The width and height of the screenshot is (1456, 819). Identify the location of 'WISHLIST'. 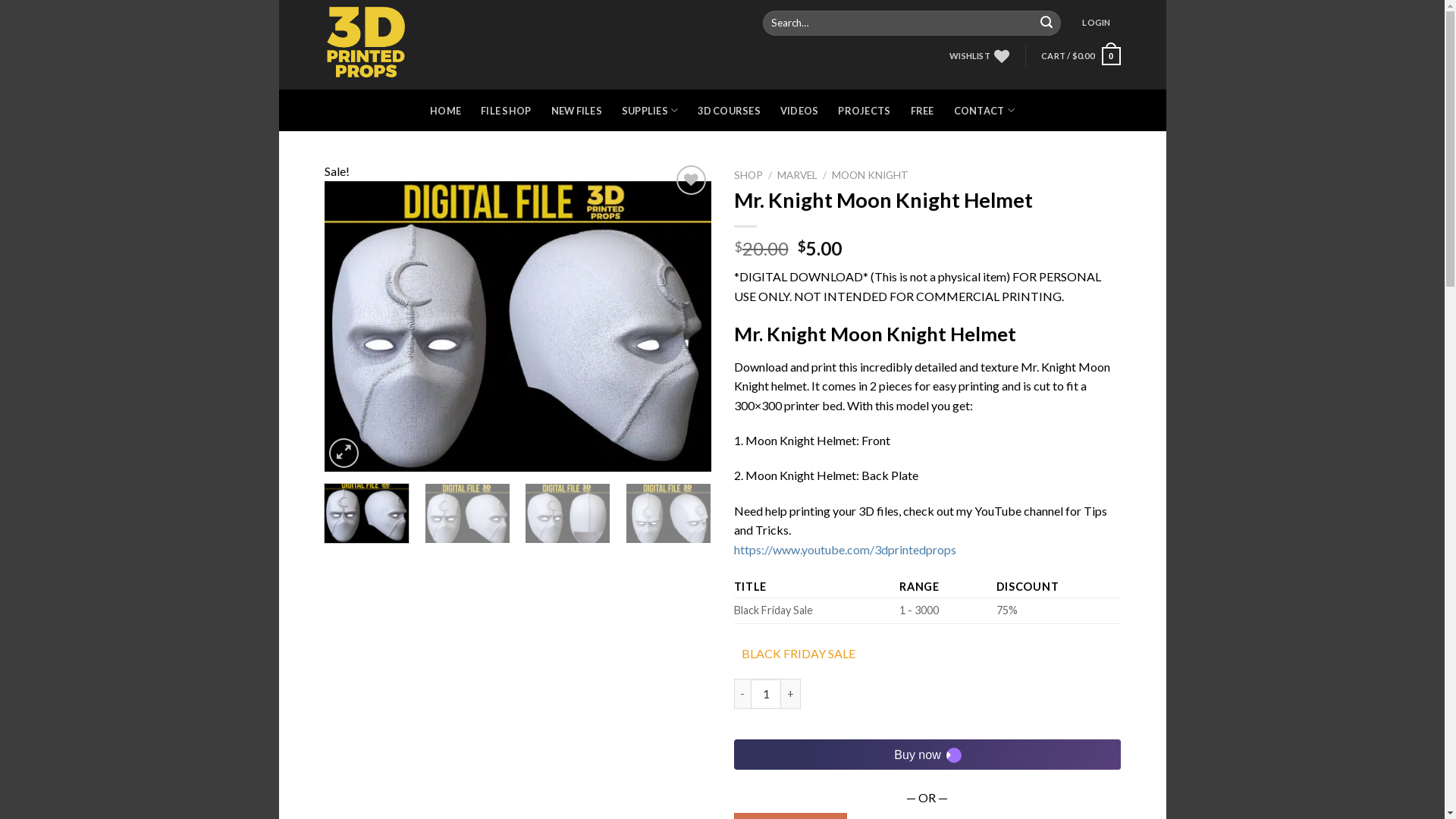
(979, 55).